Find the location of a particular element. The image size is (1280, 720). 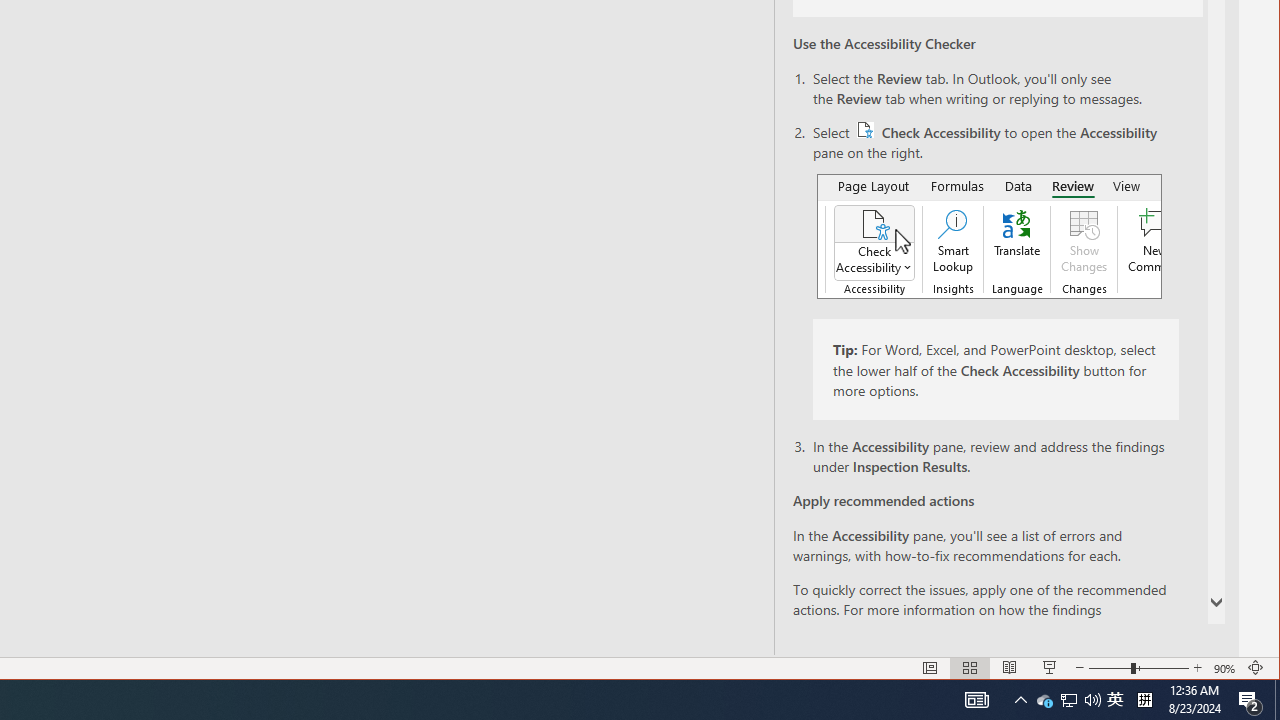

'Zoom 90%' is located at coordinates (1250, 698).